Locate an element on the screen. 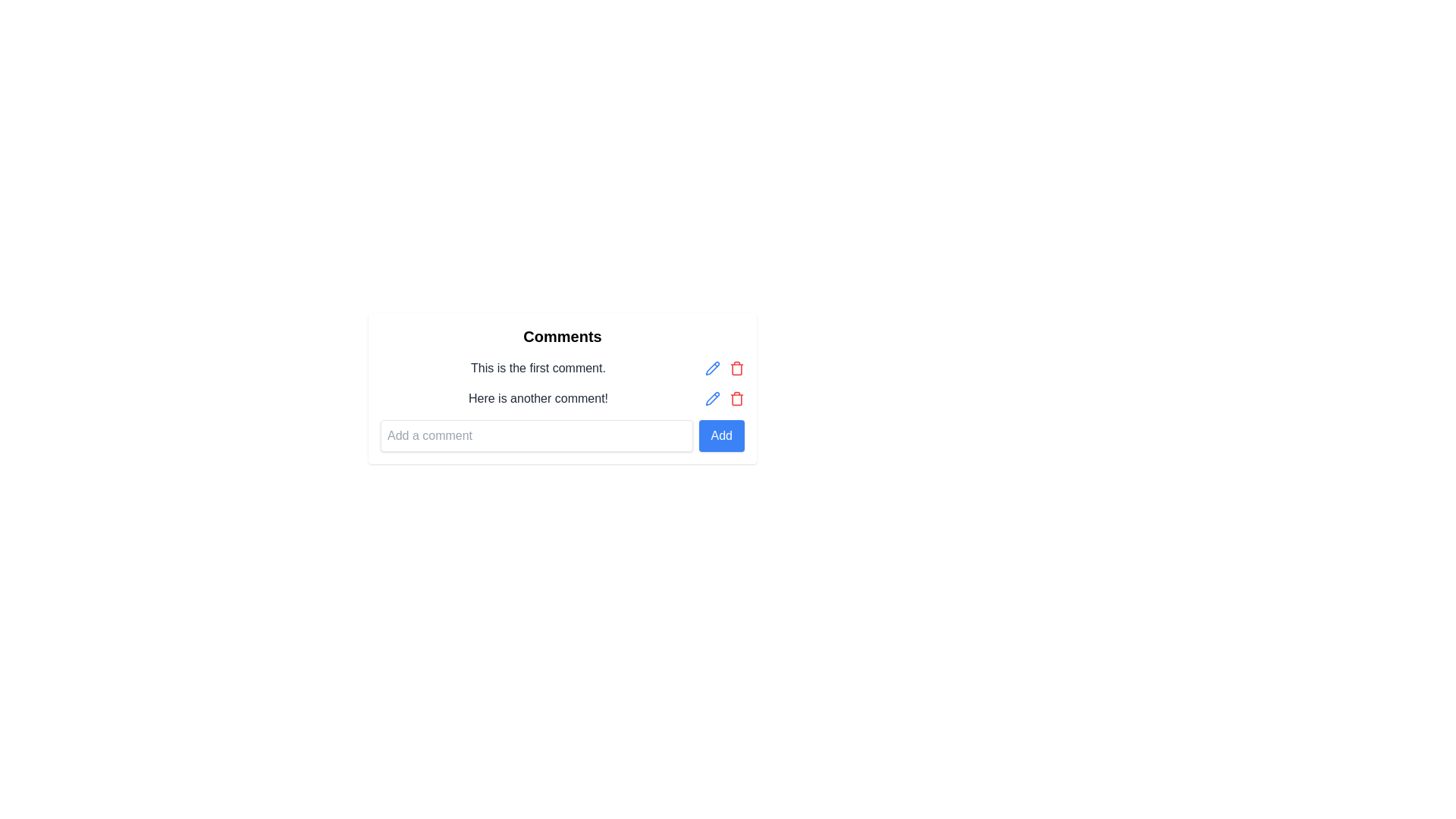 The height and width of the screenshot is (819, 1456). the blue button labeled 'Add' to change its background color, located in the comment submission area on the right side of the text input field is located at coordinates (720, 435).